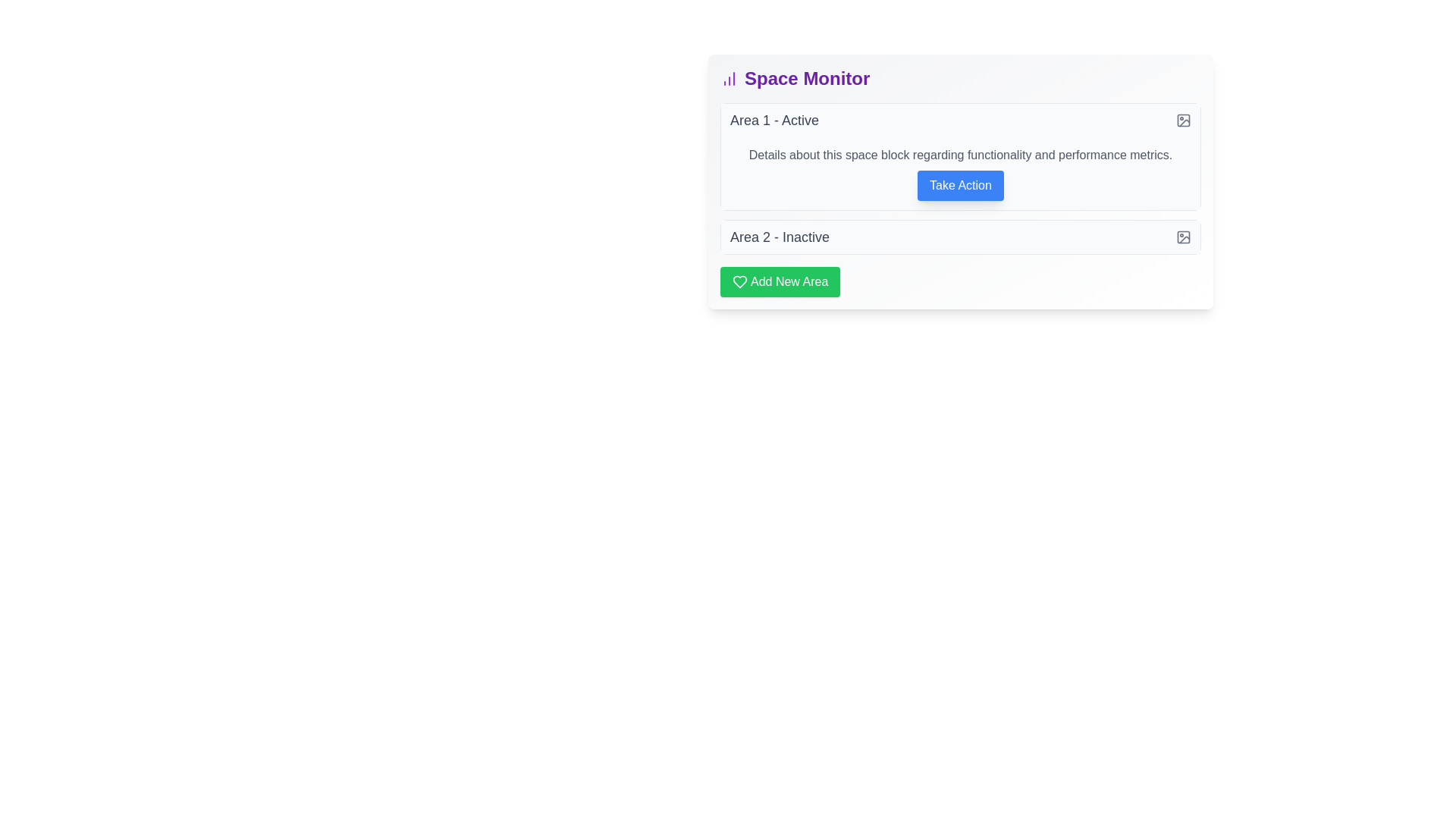 This screenshot has width=1456, height=819. I want to click on the image-related icon located in the top-right section of 'Area 1 - Active', so click(1182, 119).